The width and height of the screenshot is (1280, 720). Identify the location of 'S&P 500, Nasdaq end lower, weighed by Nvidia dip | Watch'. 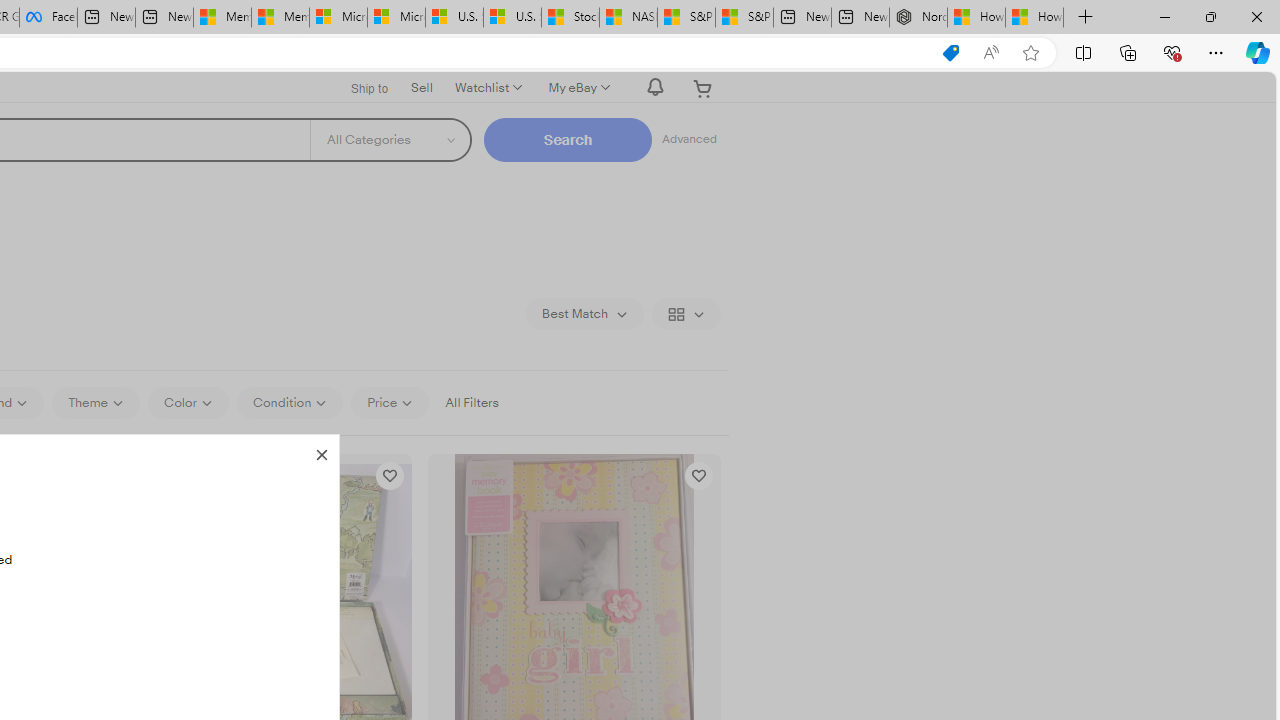
(743, 17).